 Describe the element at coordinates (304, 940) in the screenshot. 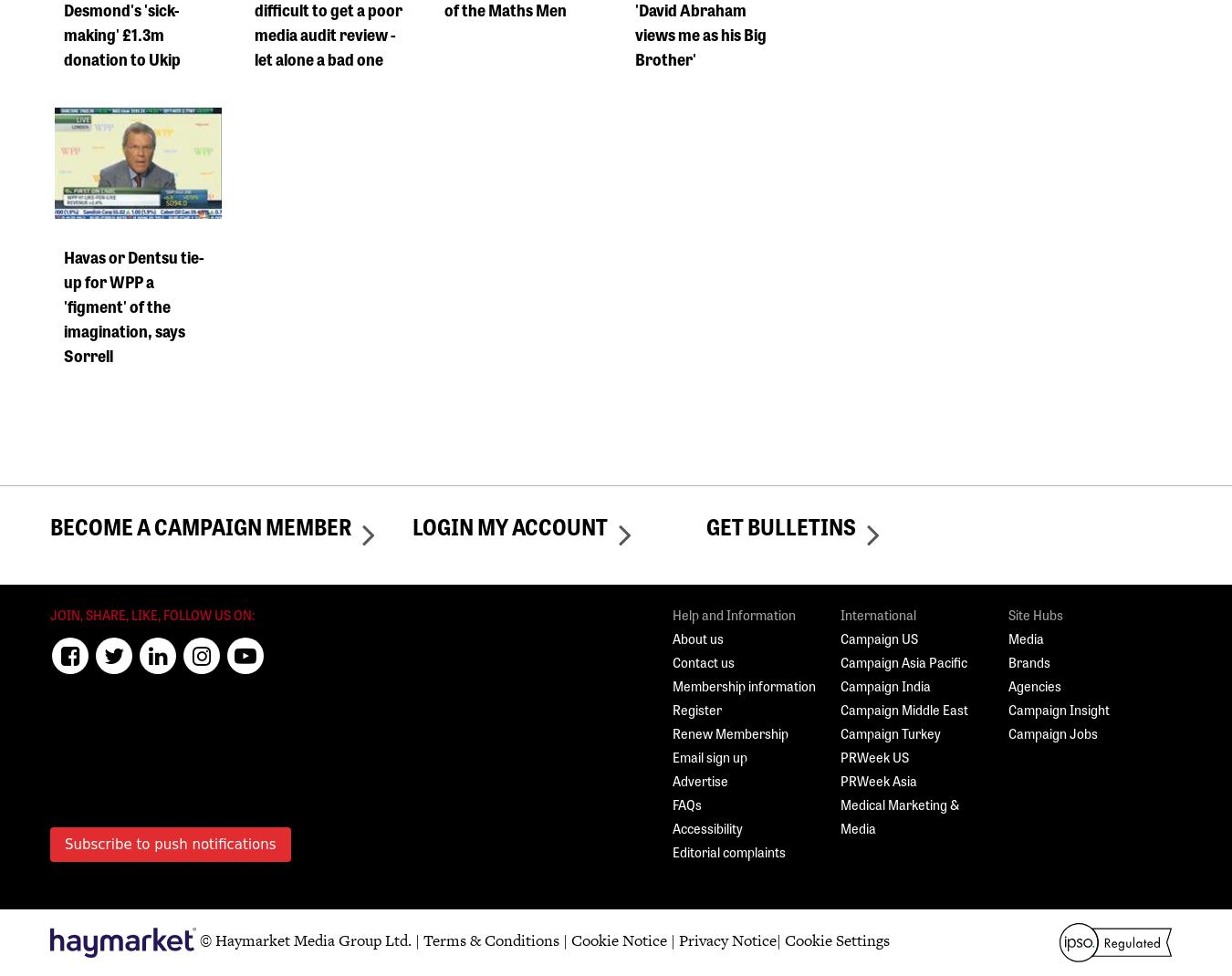

I see `'© Haymarket Media Group Ltd.'` at that location.